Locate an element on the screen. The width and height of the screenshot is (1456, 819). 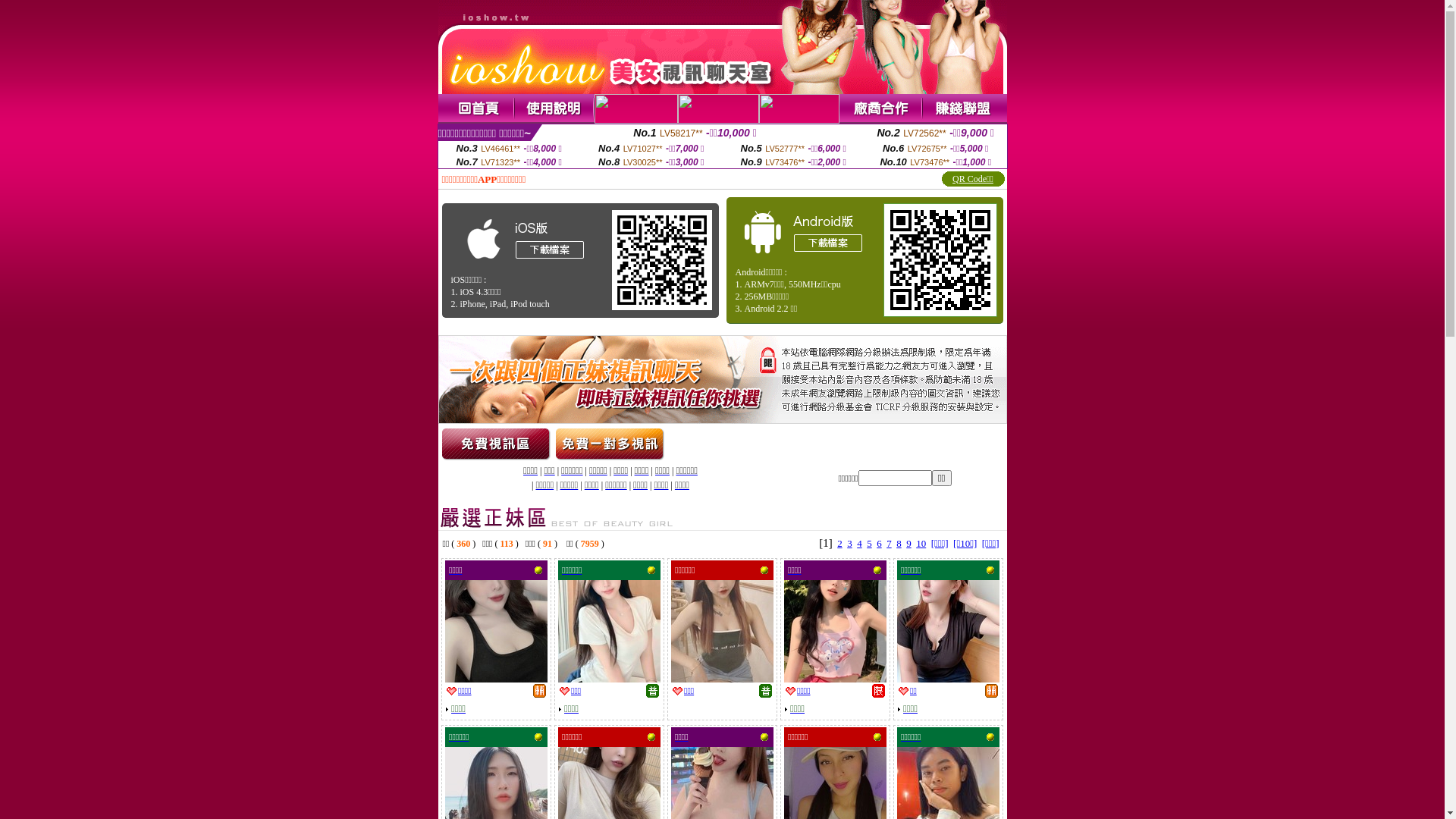
'3' is located at coordinates (846, 542).